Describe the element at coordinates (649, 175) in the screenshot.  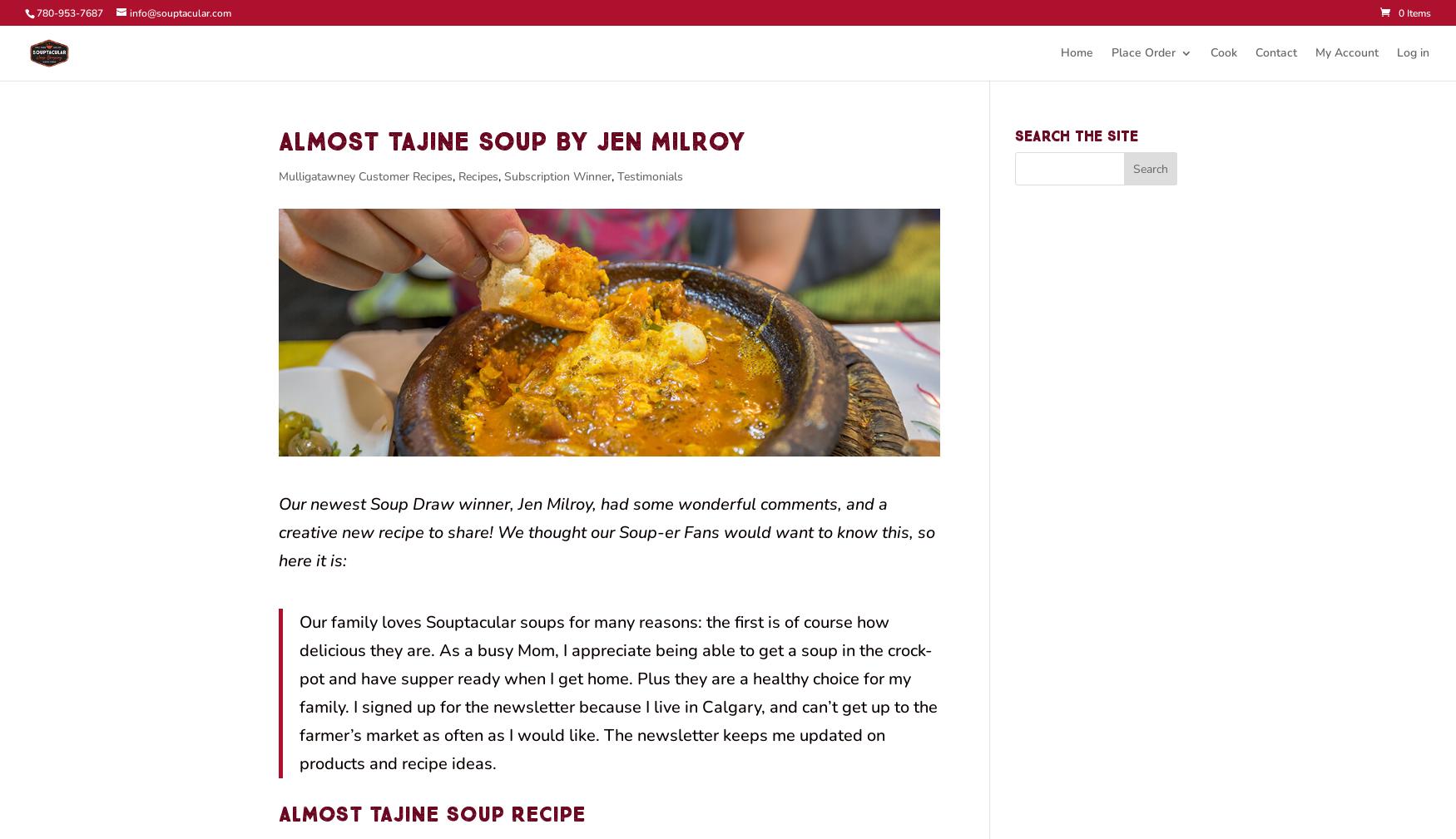
I see `'Testimonials'` at that location.